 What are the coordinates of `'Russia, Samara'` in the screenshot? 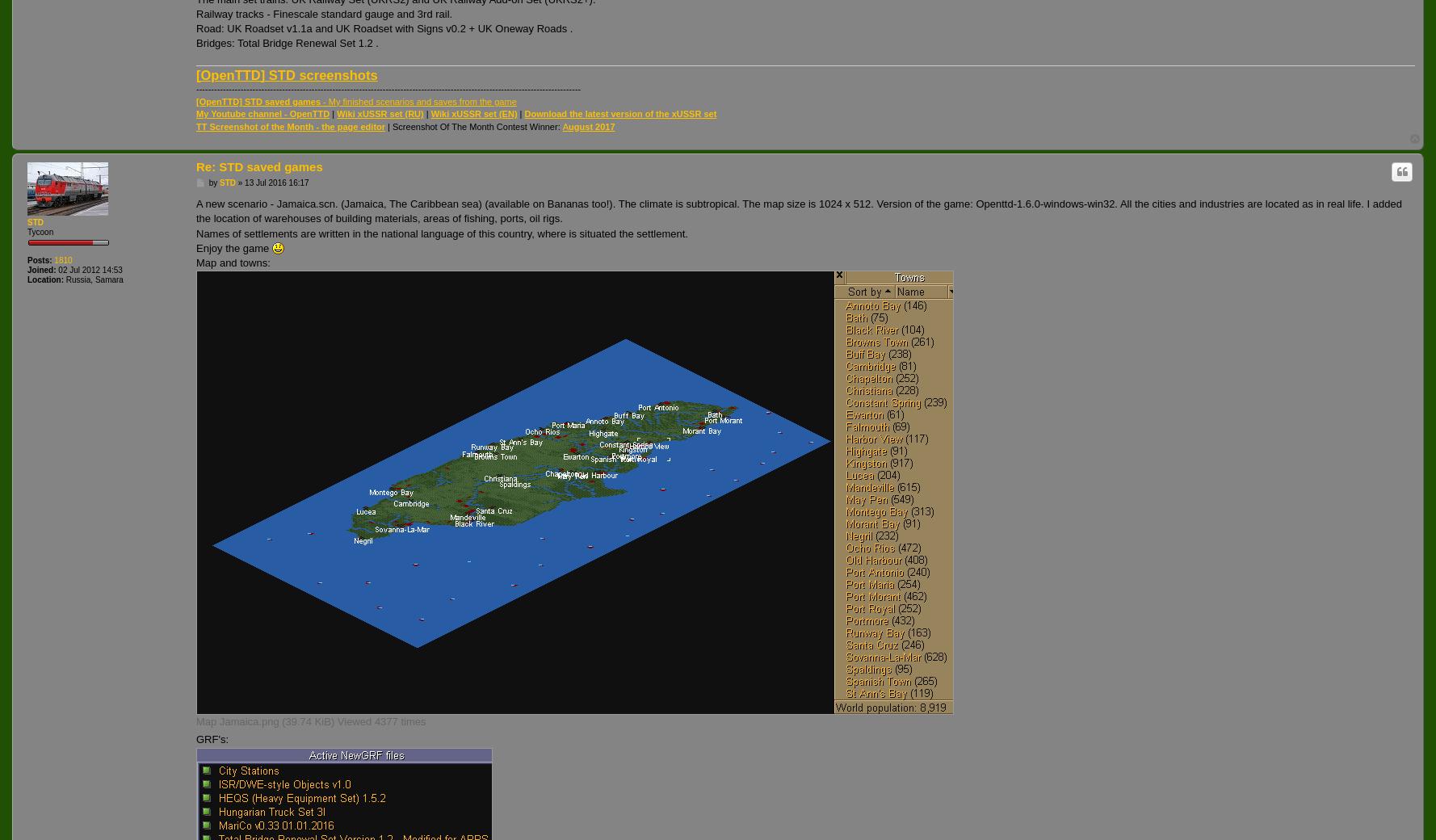 It's located at (92, 279).